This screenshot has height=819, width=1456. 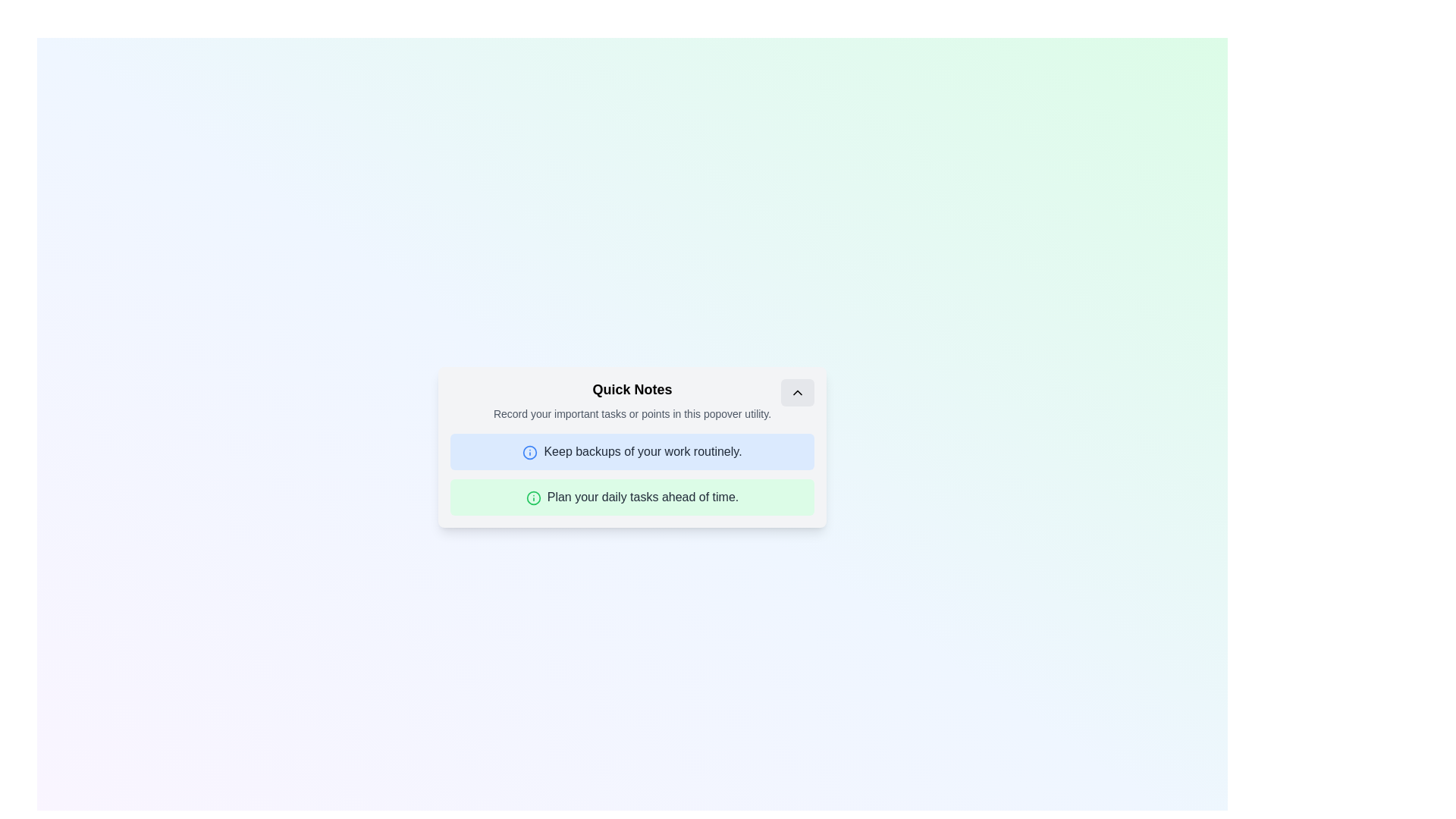 I want to click on the informational item providing tips about keeping backups, located in the 'Quick Notes' popover, which is the first item listed below the header, so click(x=632, y=447).